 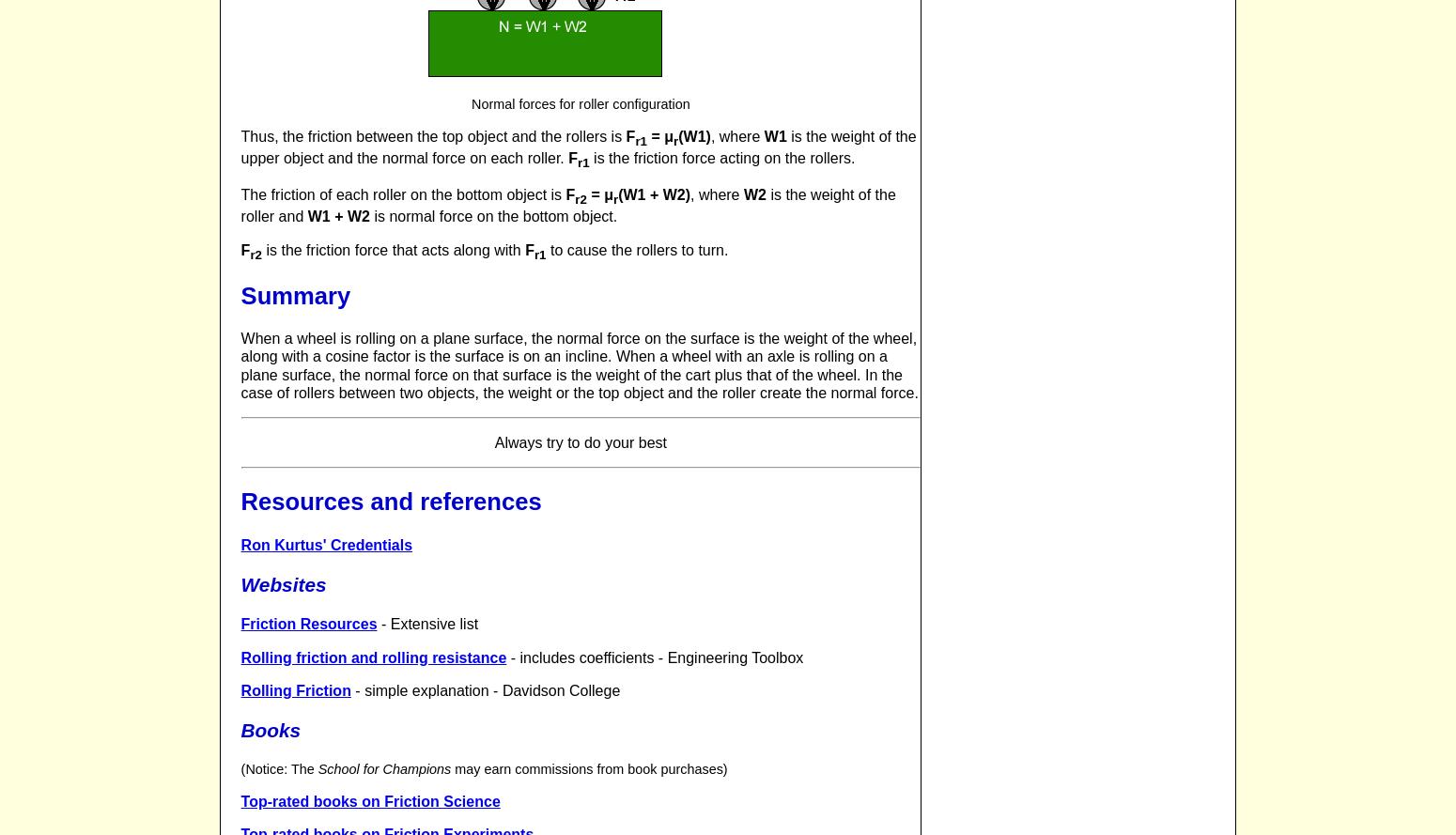 What do you see at coordinates (337, 215) in the screenshot?
I see `'W1 + W2'` at bounding box center [337, 215].